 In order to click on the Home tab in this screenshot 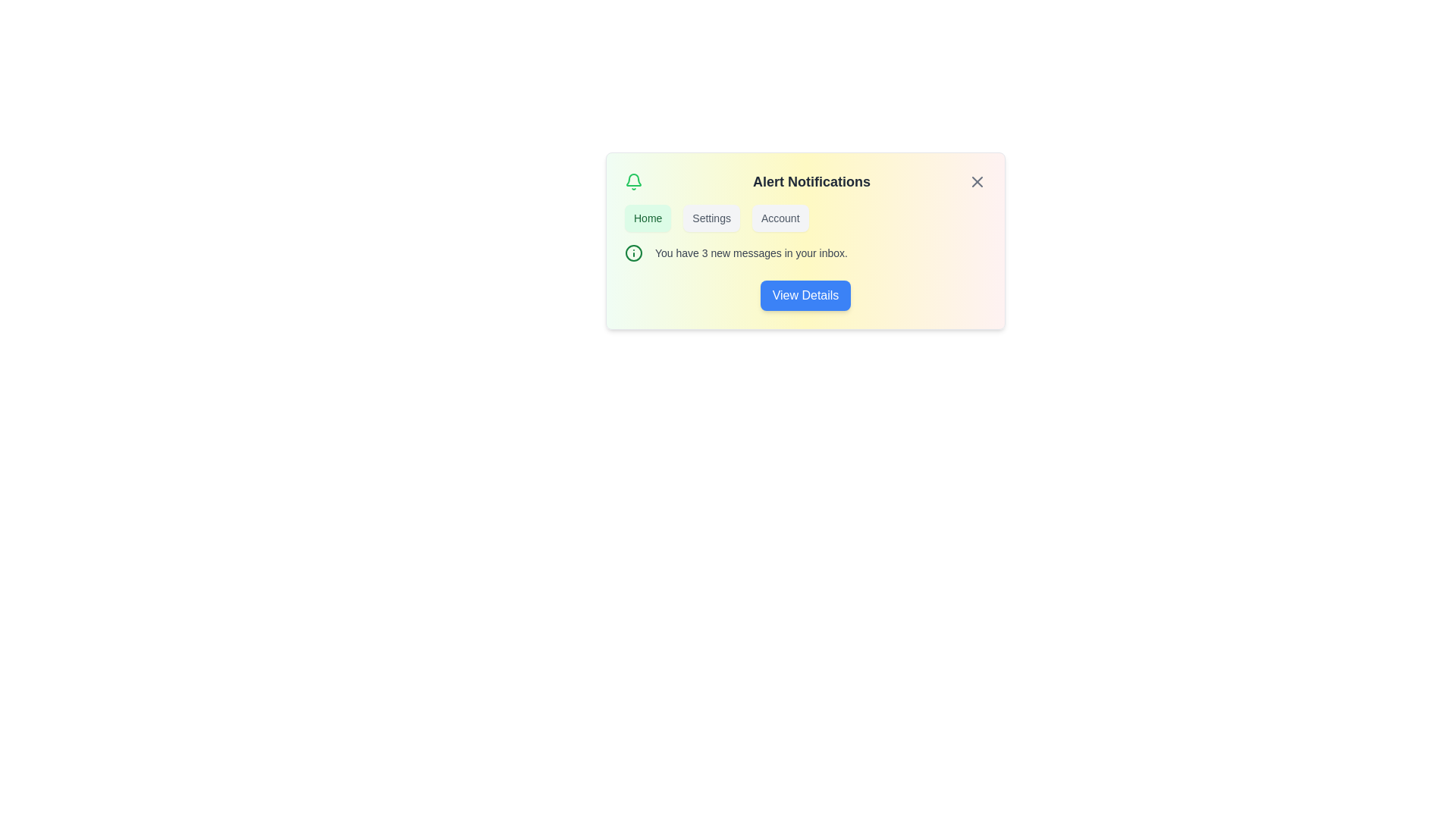, I will do `click(648, 218)`.